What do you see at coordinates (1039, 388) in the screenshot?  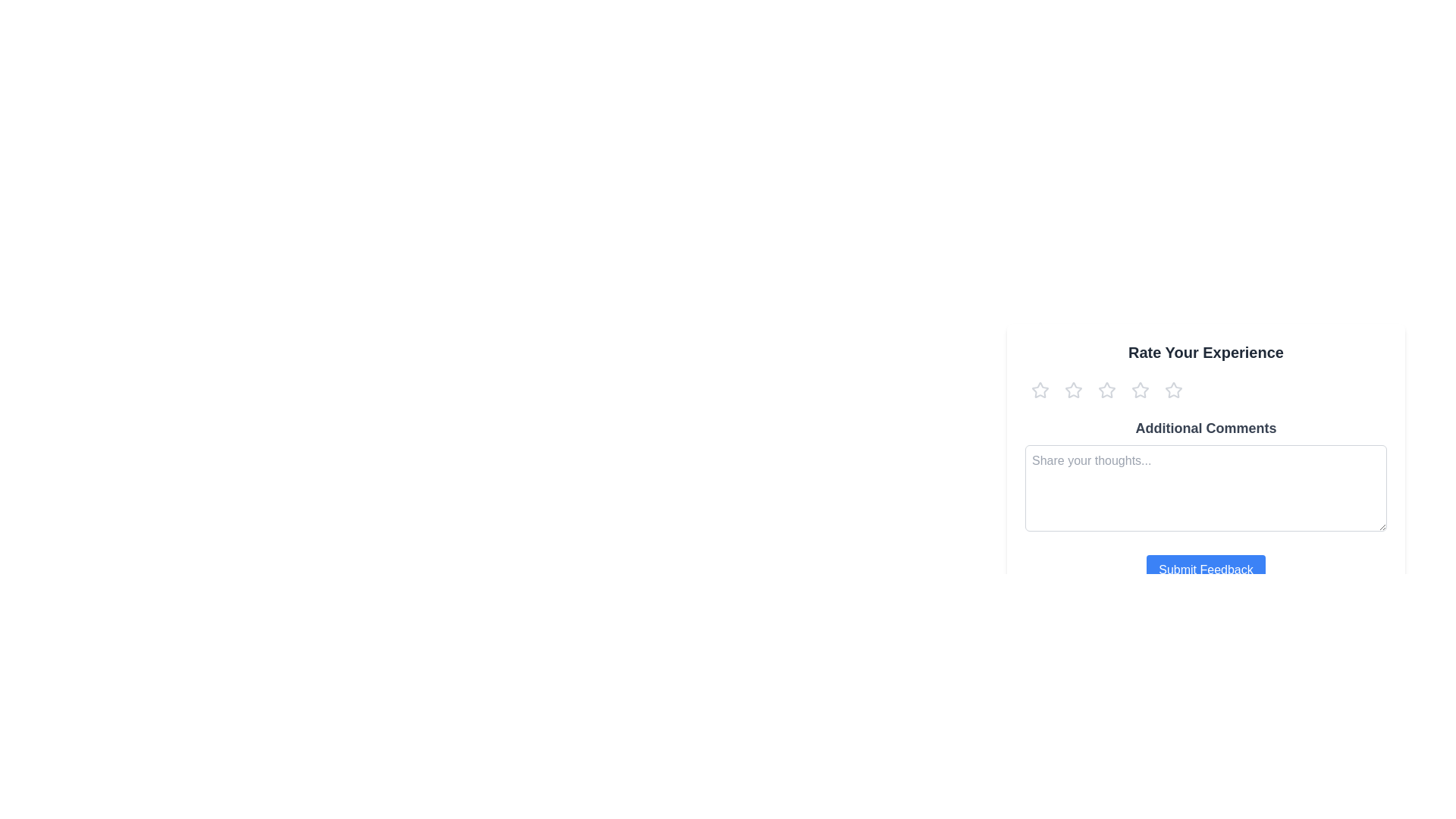 I see `the first star icon` at bounding box center [1039, 388].